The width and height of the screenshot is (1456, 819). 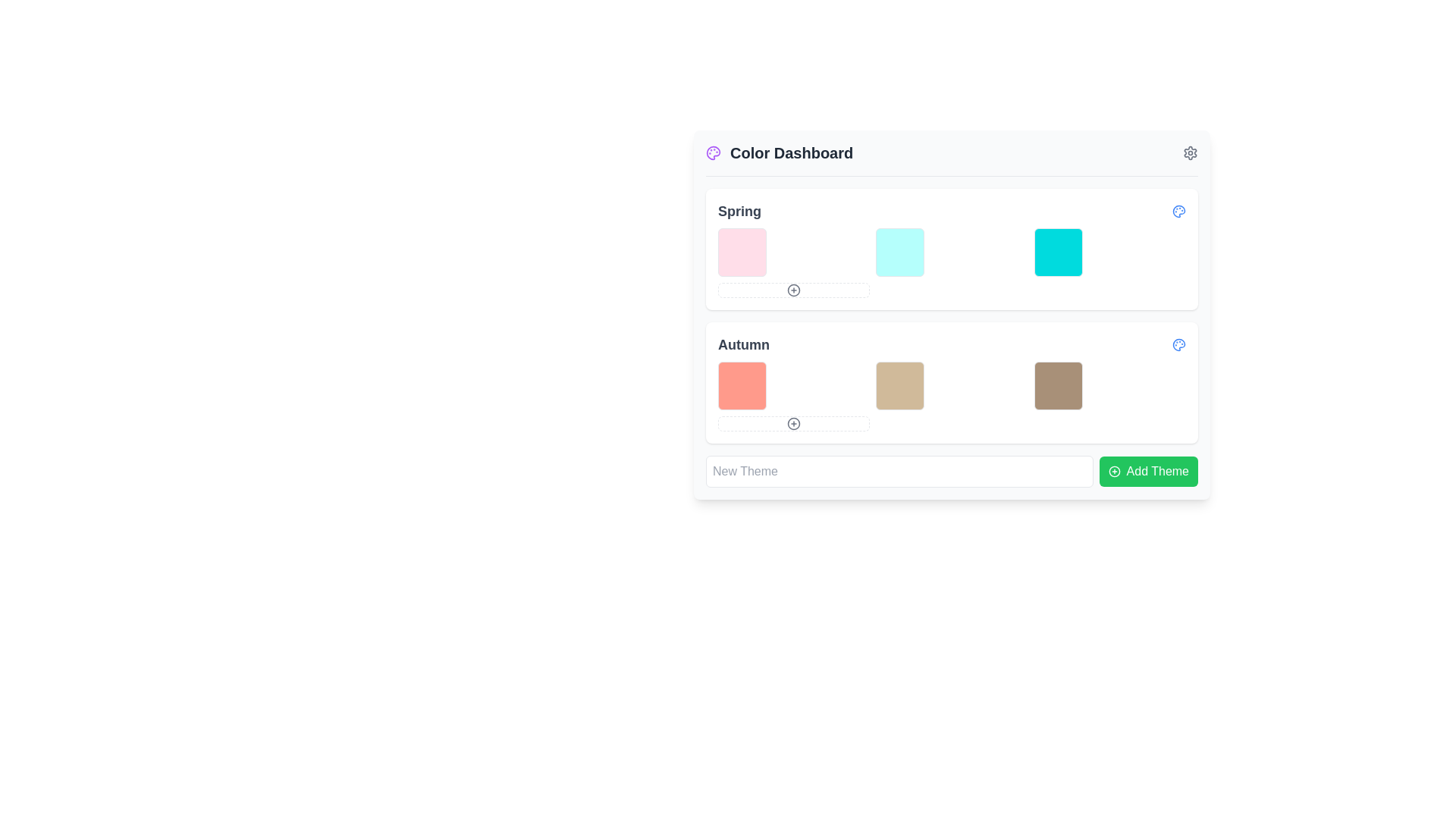 I want to click on the palette icon representing the theme or color selection in the 'Autumn' section, positioned to the right of the 'Autumn' label, so click(x=1178, y=345).